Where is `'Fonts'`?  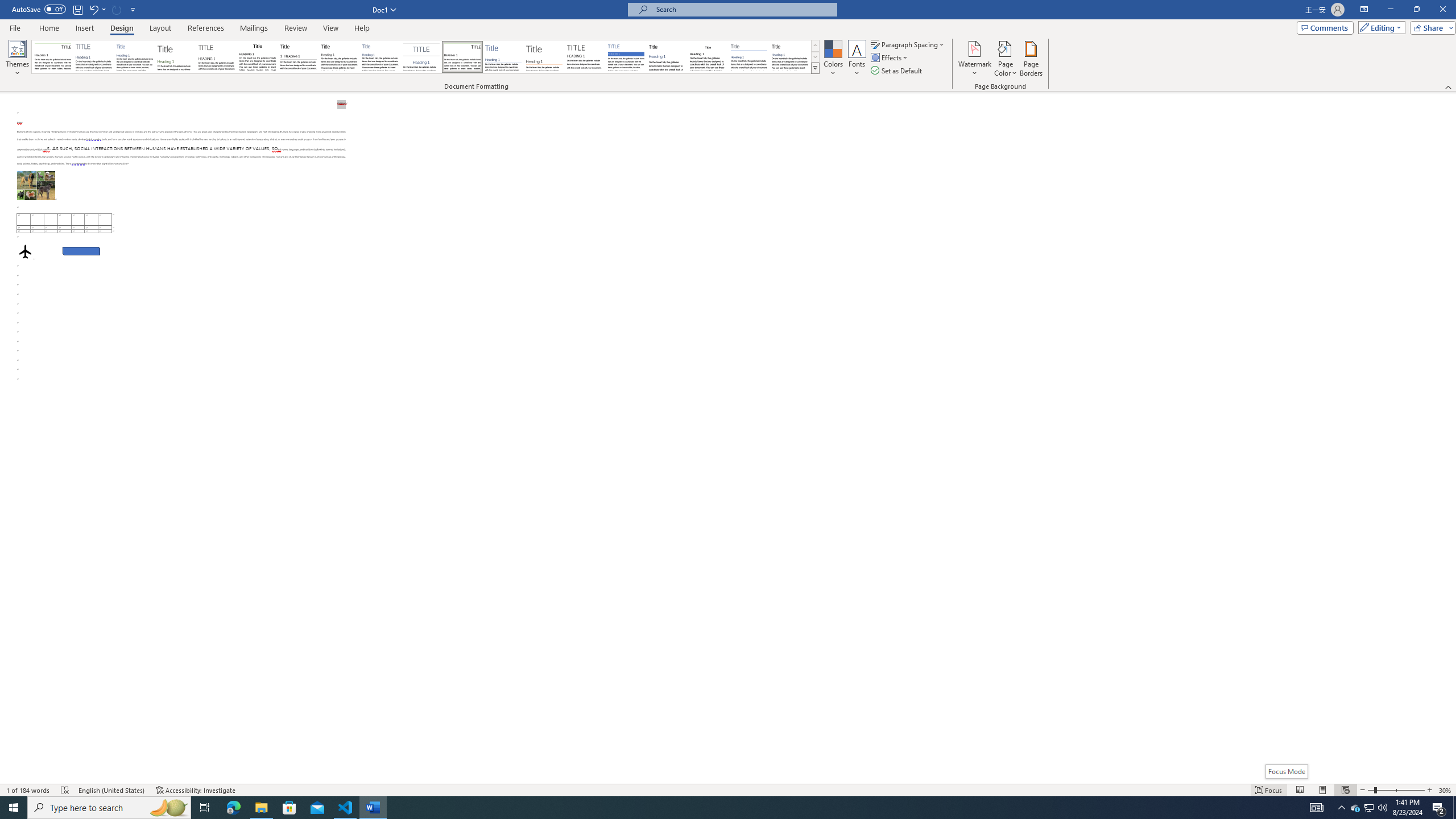
'Fonts' is located at coordinates (856, 59).